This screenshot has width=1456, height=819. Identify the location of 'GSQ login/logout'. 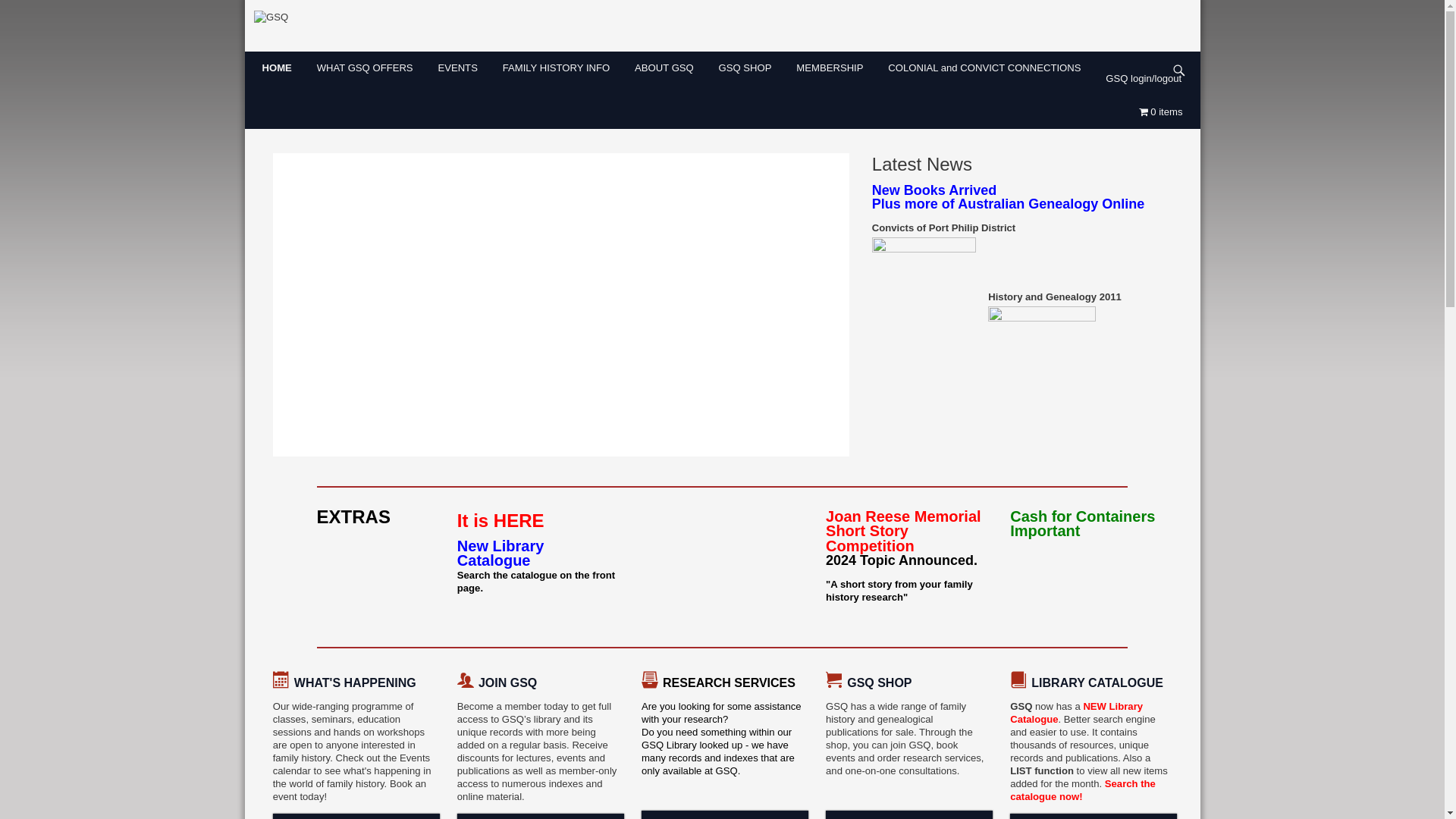
(1148, 78).